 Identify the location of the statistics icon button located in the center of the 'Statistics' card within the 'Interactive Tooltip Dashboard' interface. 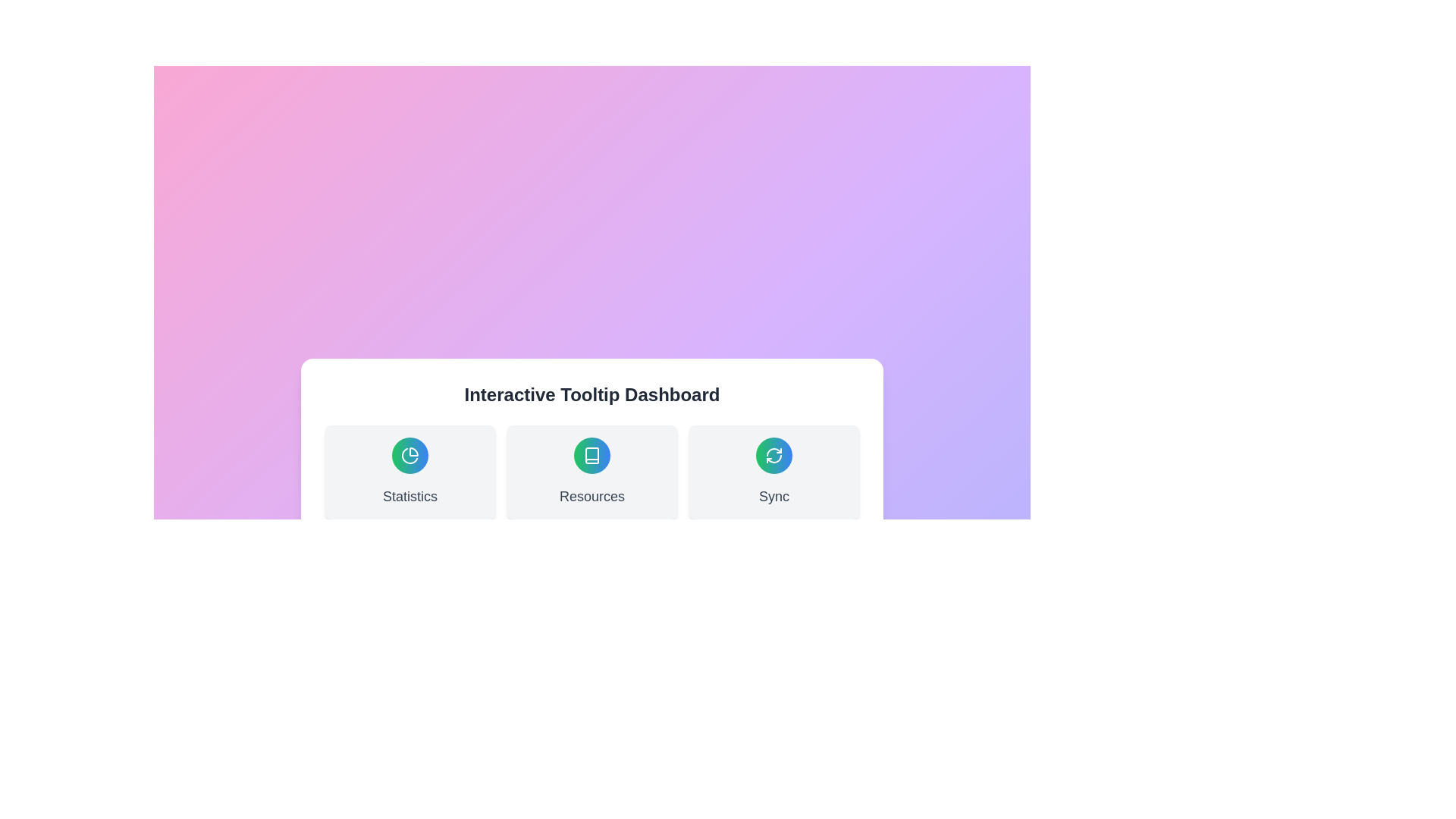
(410, 455).